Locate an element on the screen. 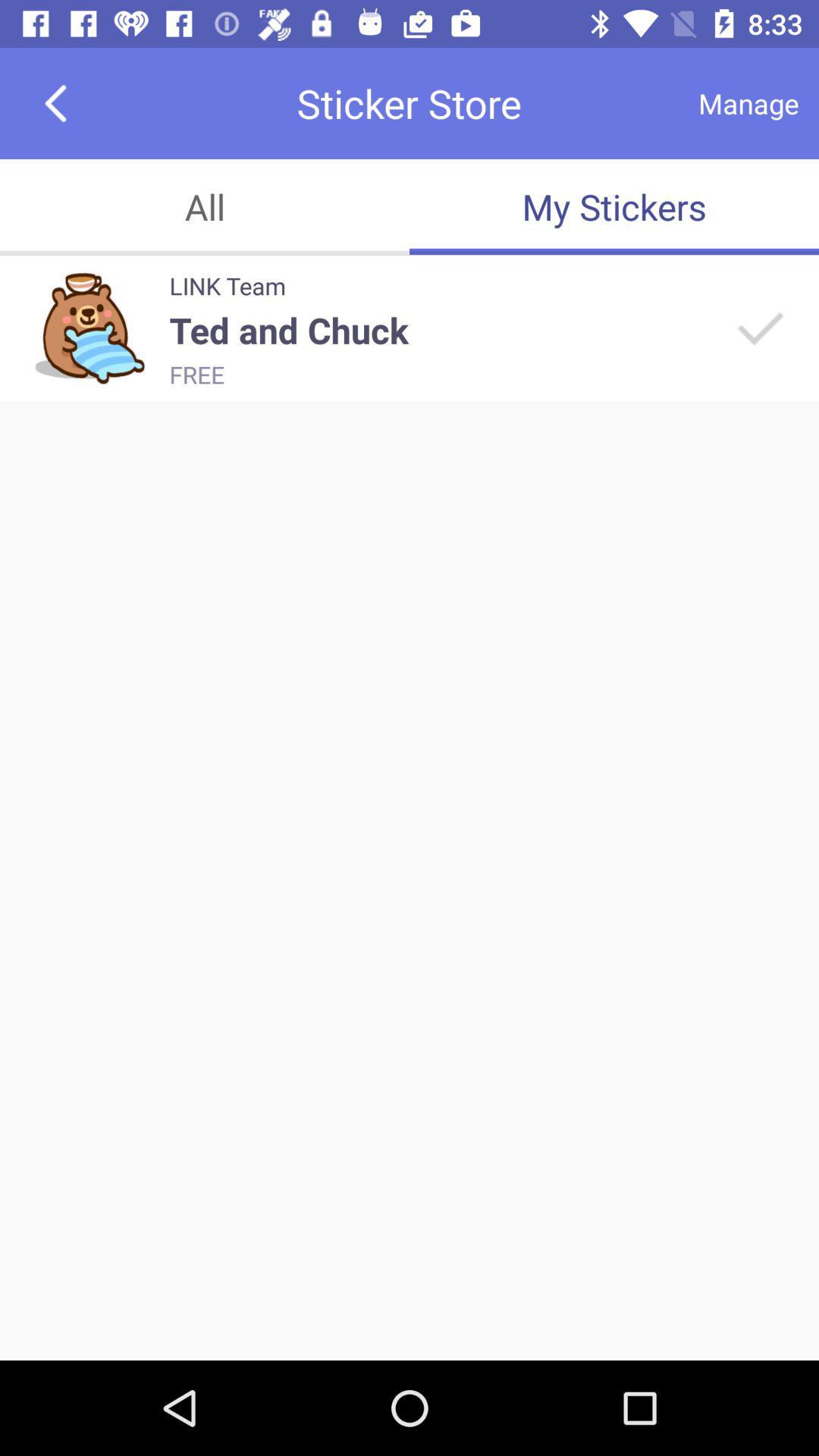  icon above the all is located at coordinates (55, 102).